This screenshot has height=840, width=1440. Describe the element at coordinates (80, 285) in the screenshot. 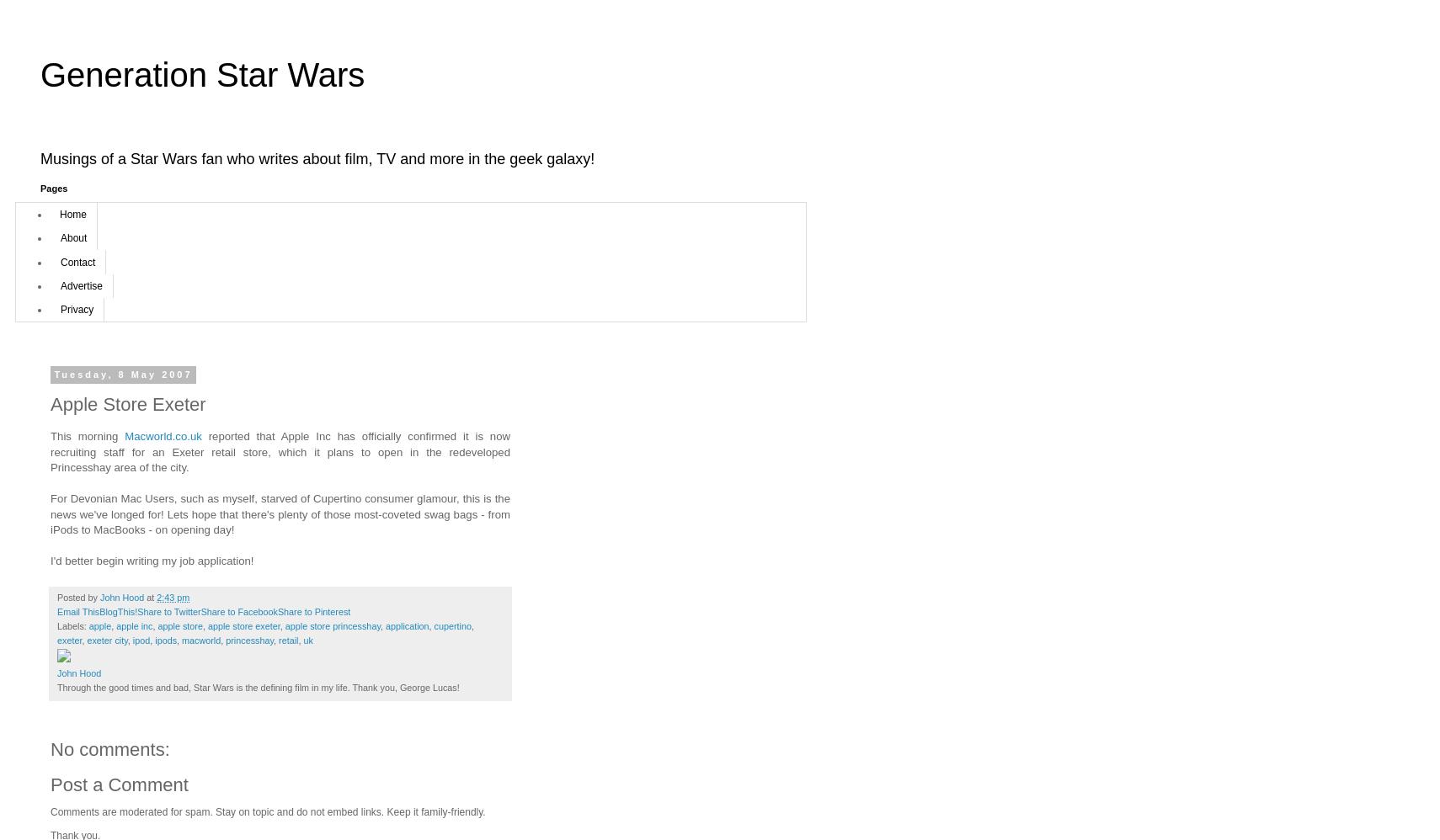

I see `'Advertise'` at that location.